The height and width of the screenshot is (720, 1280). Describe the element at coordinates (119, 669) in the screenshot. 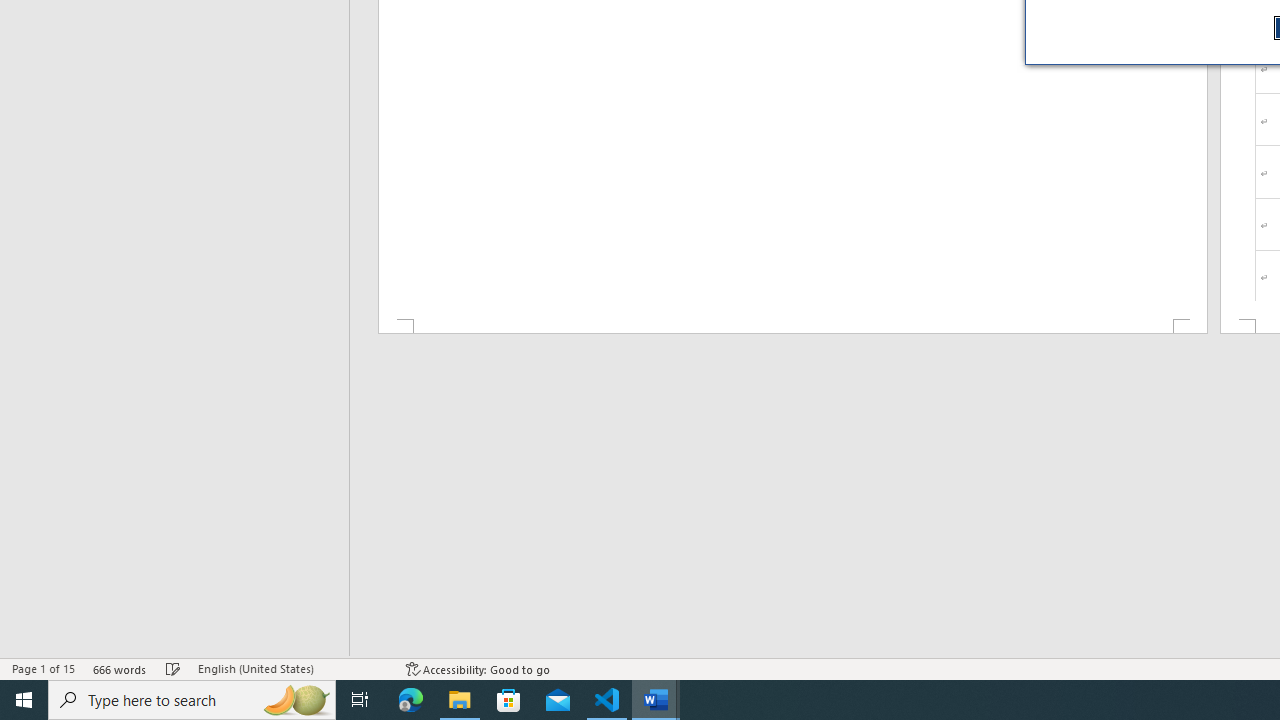

I see `'Word Count 666 words'` at that location.